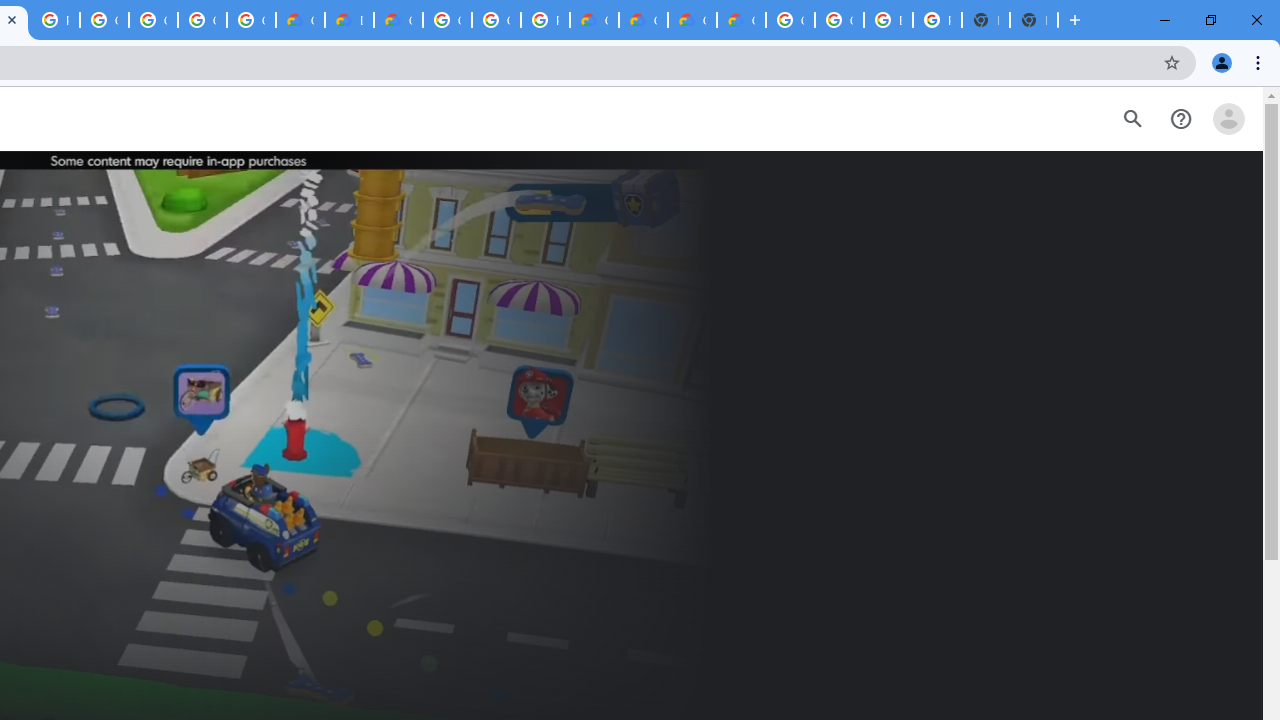 This screenshot has width=1280, height=720. What do you see at coordinates (446, 20) in the screenshot?
I see `'Google Cloud Platform'` at bounding box center [446, 20].